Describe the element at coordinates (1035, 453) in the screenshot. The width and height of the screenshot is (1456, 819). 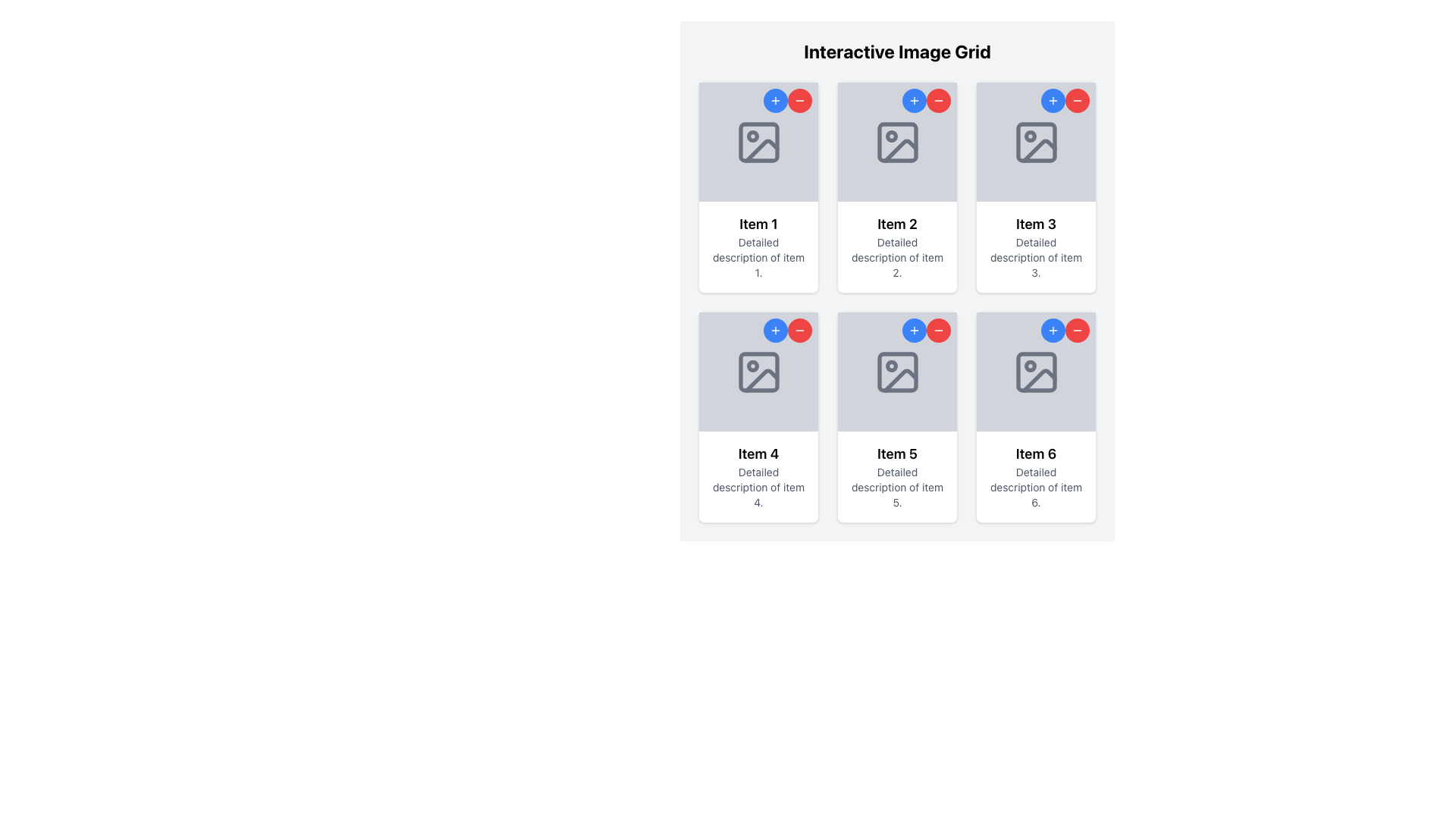
I see `the bold textual label reading 'Item 6' located in the bottom-right corner of a 2x3 grid layout` at that location.